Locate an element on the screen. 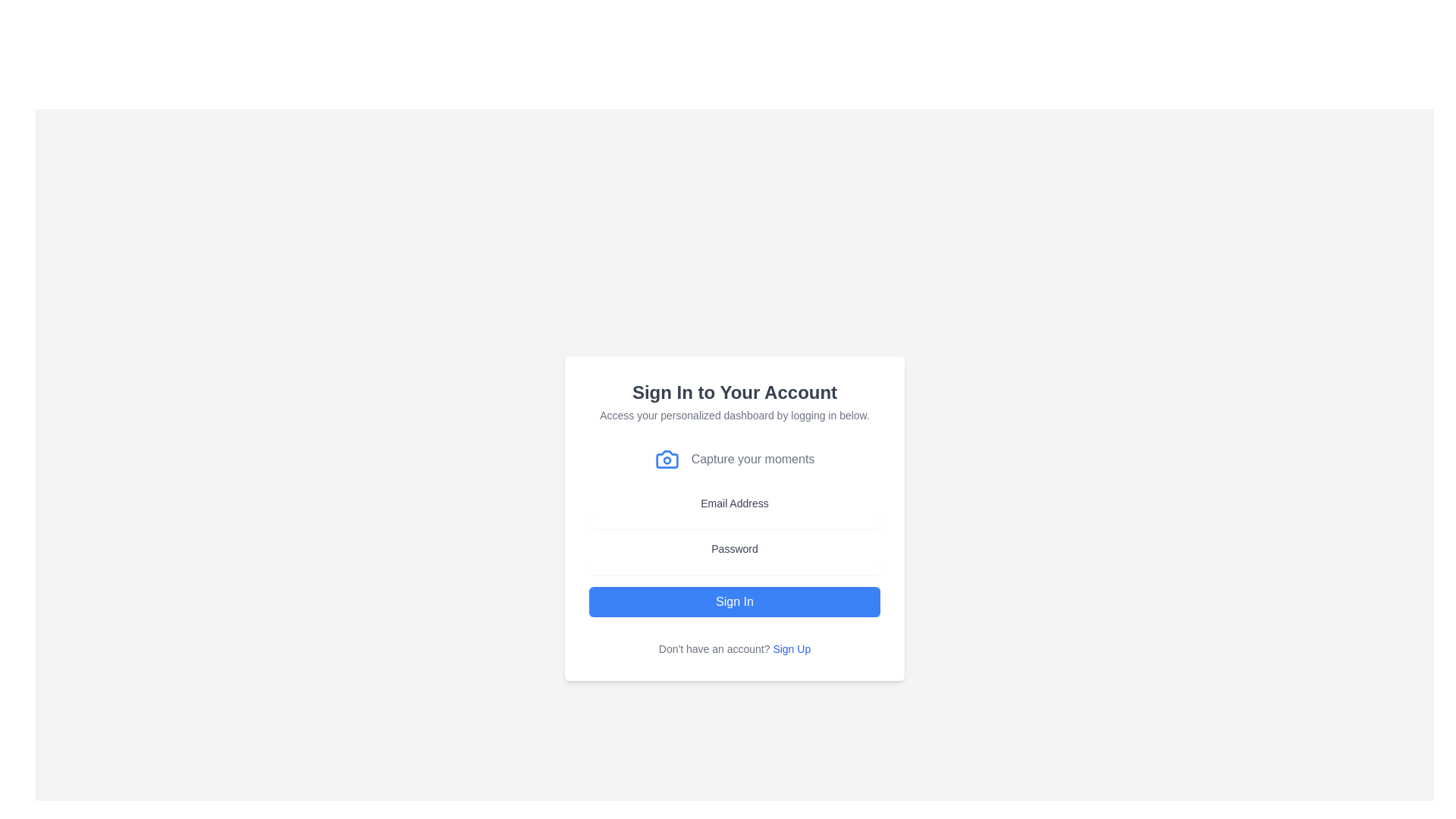 The width and height of the screenshot is (1456, 819). the text label that provides context for the camera icon, located below 'Sign In to Your Account' and above the email input field is located at coordinates (753, 458).